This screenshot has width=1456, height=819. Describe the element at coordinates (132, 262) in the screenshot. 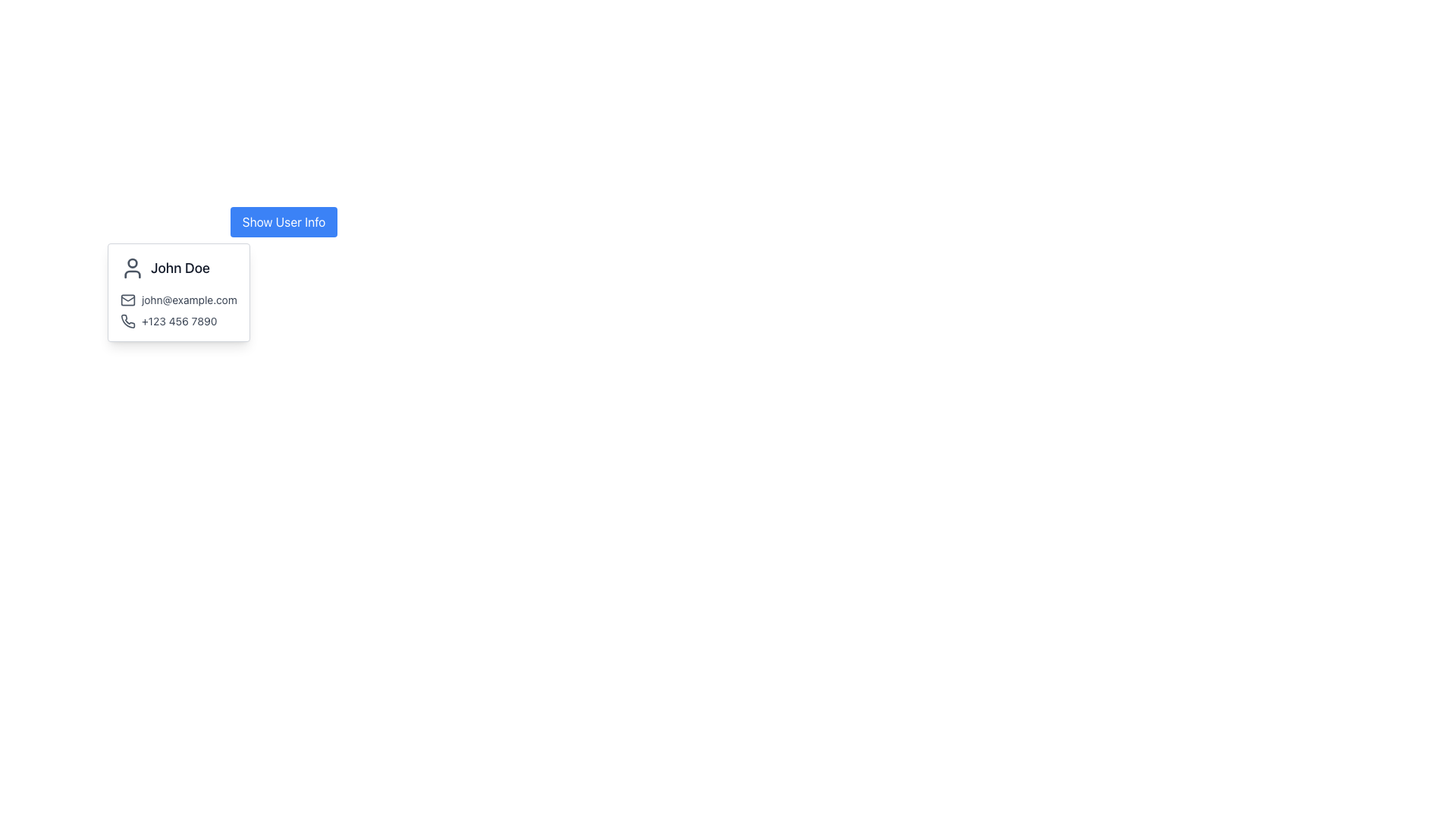

I see `the SVG Circle Element representing the user's head in the profile icon` at that location.